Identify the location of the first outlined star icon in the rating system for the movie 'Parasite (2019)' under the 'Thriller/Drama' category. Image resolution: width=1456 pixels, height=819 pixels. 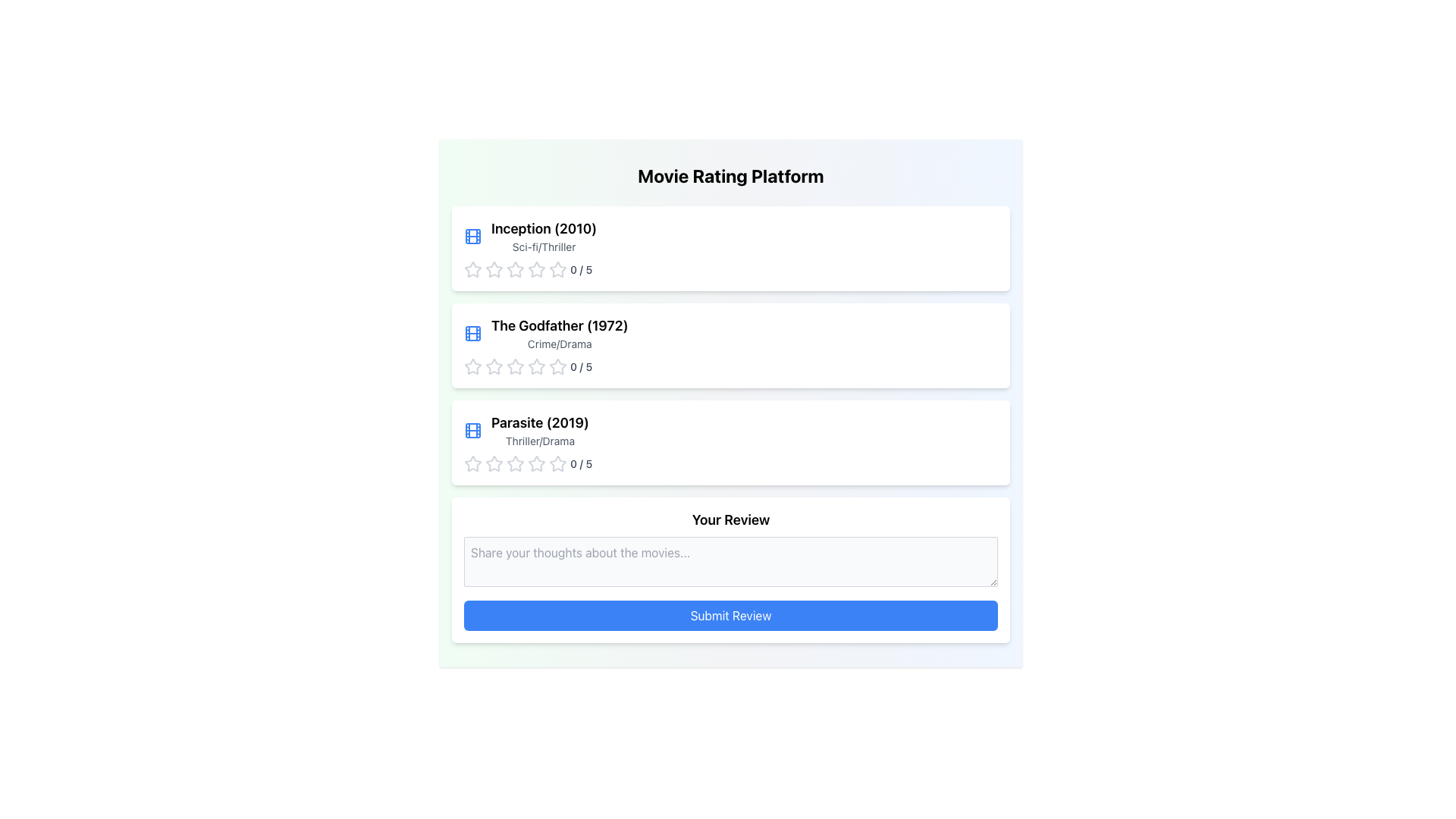
(494, 463).